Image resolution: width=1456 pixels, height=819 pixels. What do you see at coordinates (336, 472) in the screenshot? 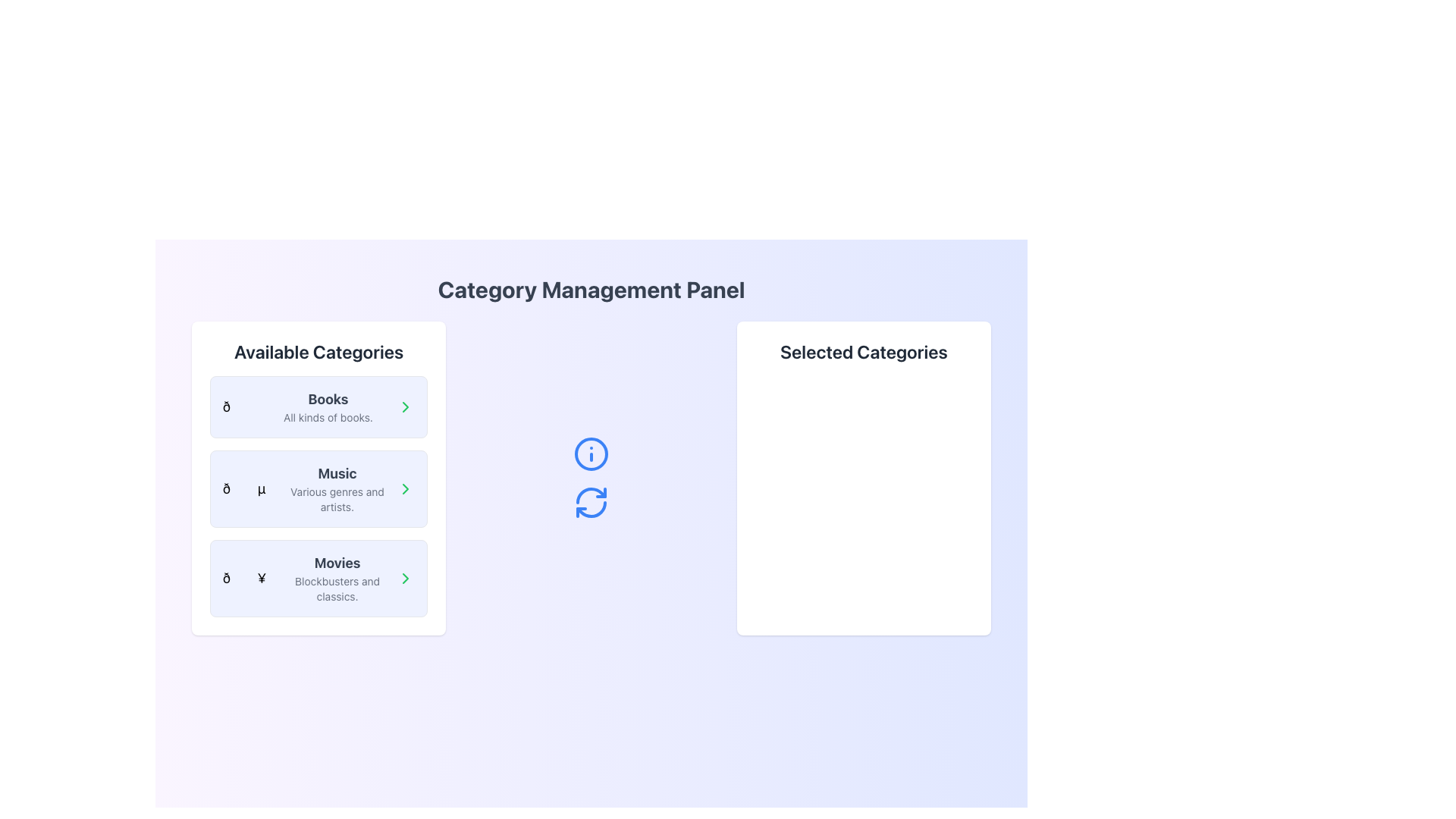
I see `bold, large-sized text label displaying 'Music' located in the second item of the vertical list of categories under the 'Available Categories' section` at bounding box center [336, 472].